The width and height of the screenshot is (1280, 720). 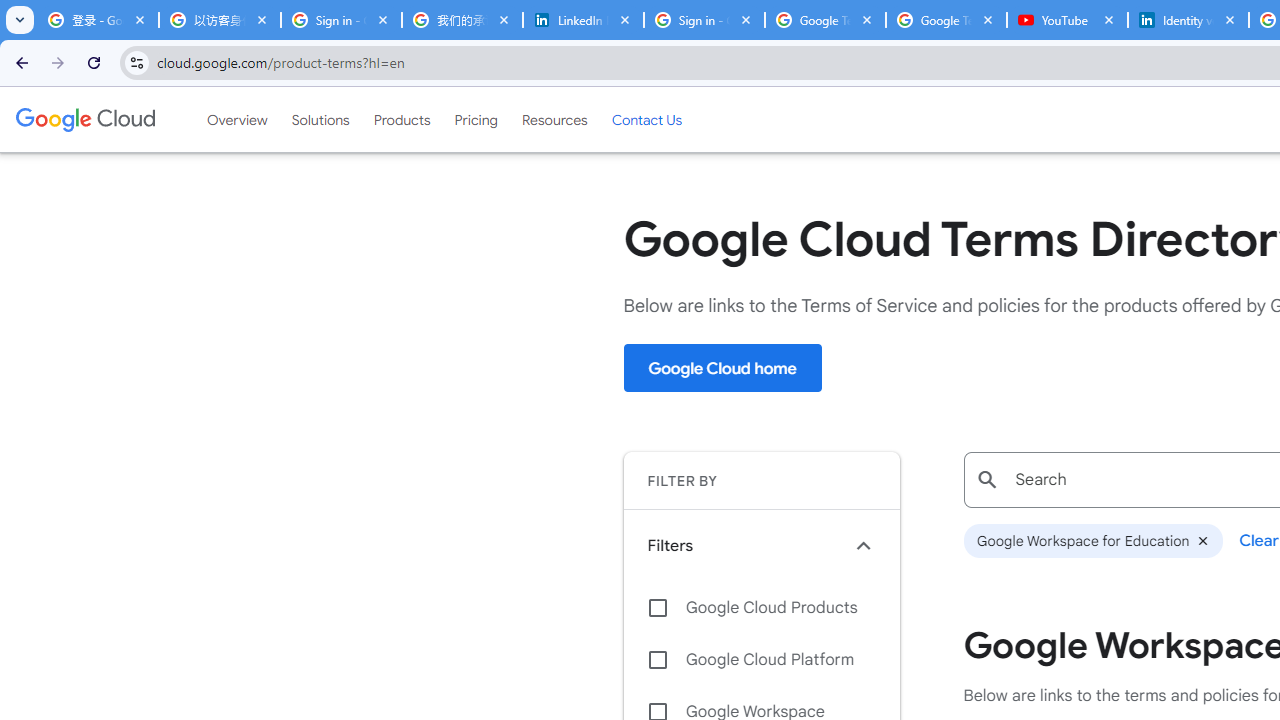 What do you see at coordinates (320, 119) in the screenshot?
I see `'Solutions'` at bounding box center [320, 119].